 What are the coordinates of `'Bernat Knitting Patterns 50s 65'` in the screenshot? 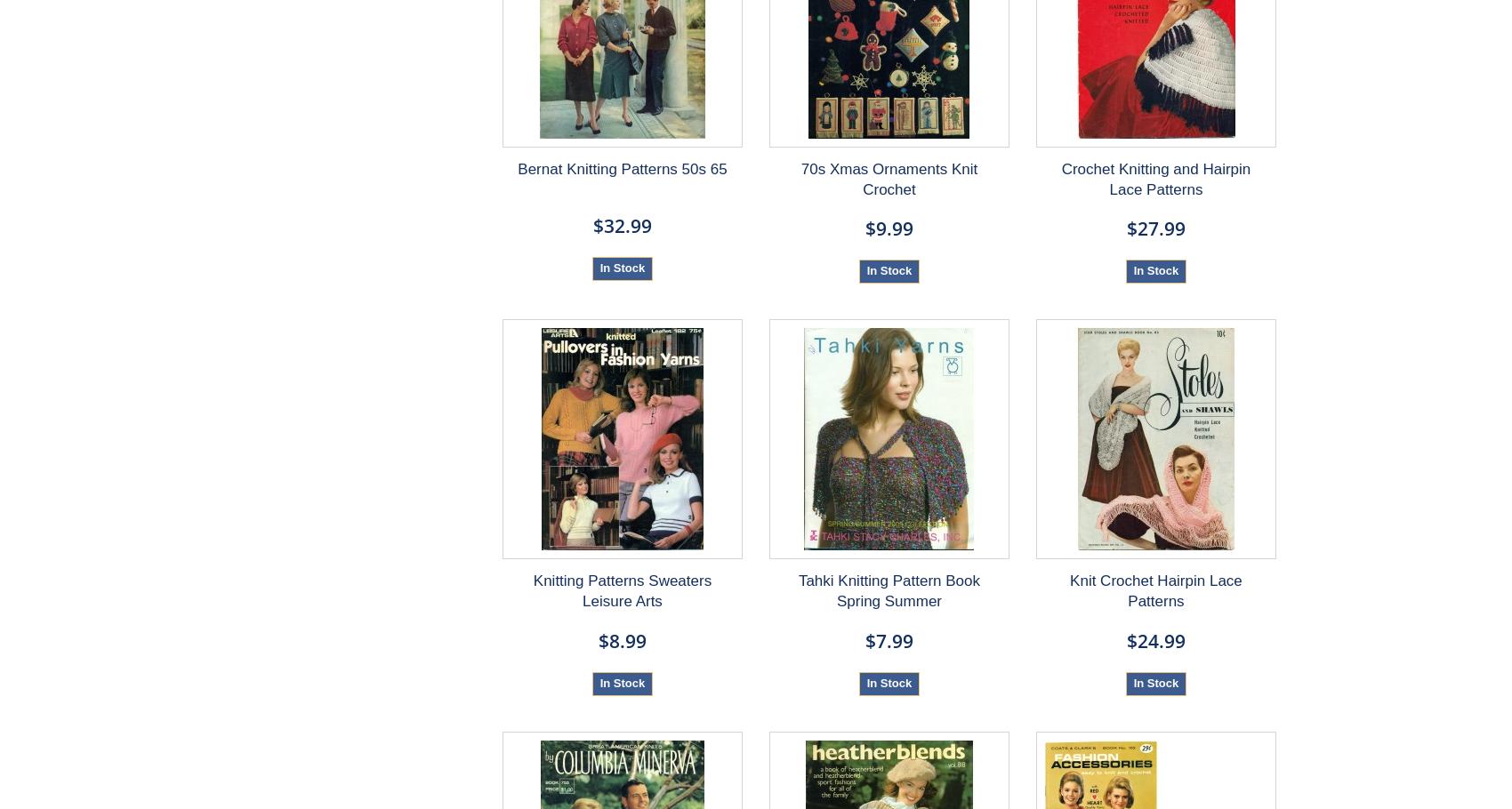 It's located at (622, 169).